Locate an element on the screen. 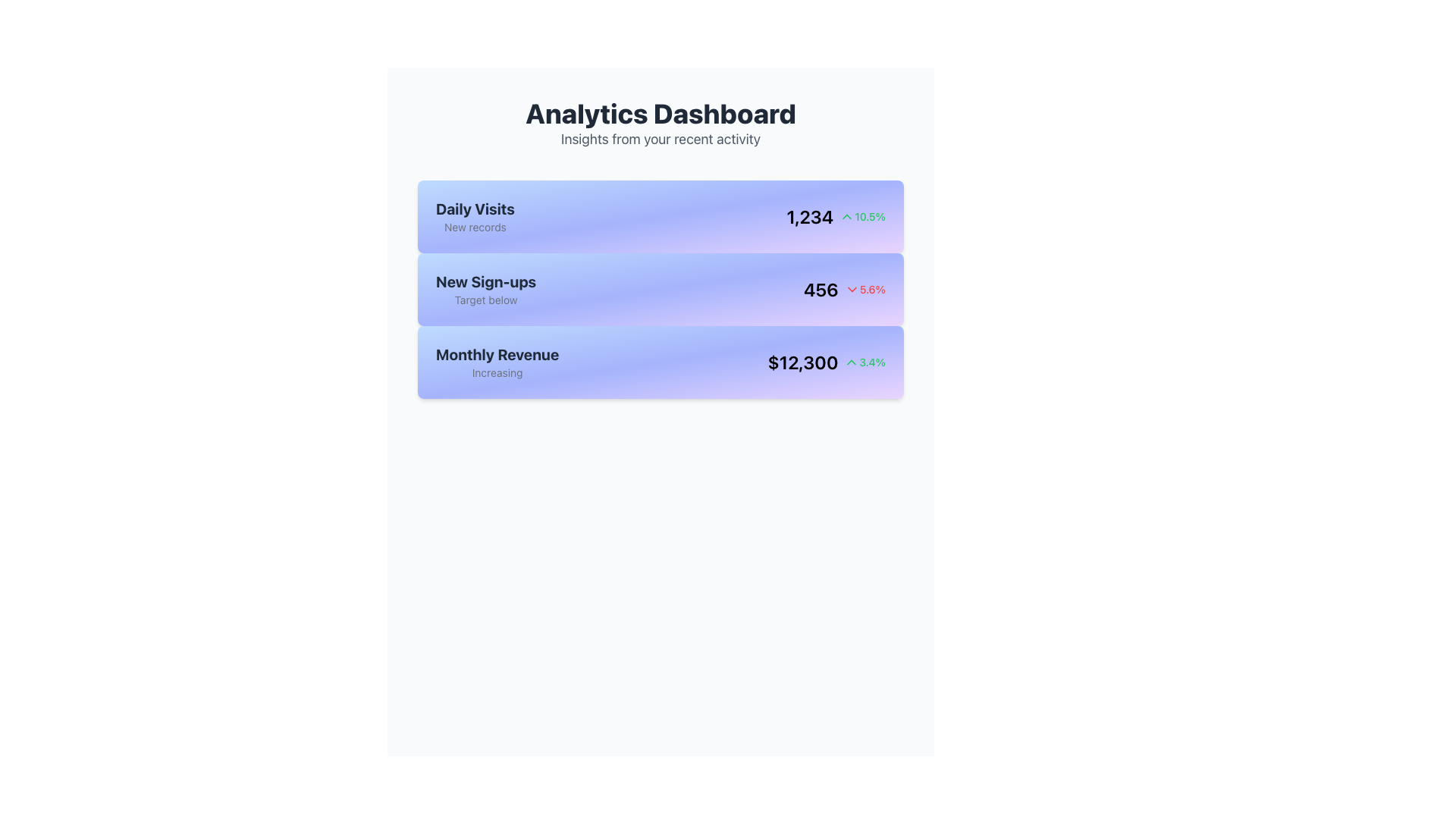  the Composite Data Display Element that shows the numerical figure '1,234' and the percentage '10.5%' with an upward green arrow, located in the top right corner of the 'Daily Visits' card is located at coordinates (835, 216).